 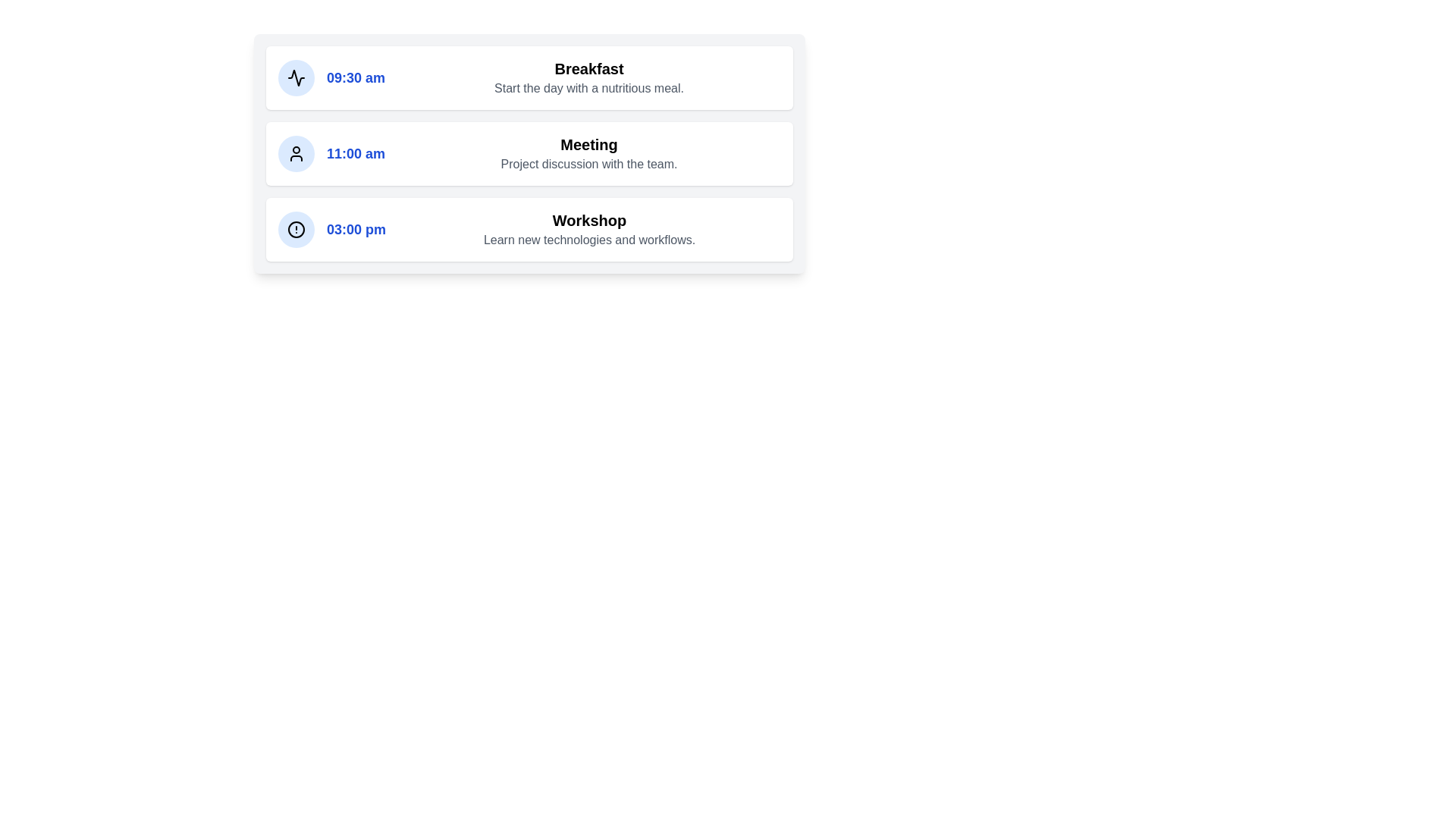 I want to click on details of the event titled 'Workshop' scheduled for 3:00 pm, which is the third item in the list, featuring a blue icon and styled with a white background, so click(x=529, y=230).